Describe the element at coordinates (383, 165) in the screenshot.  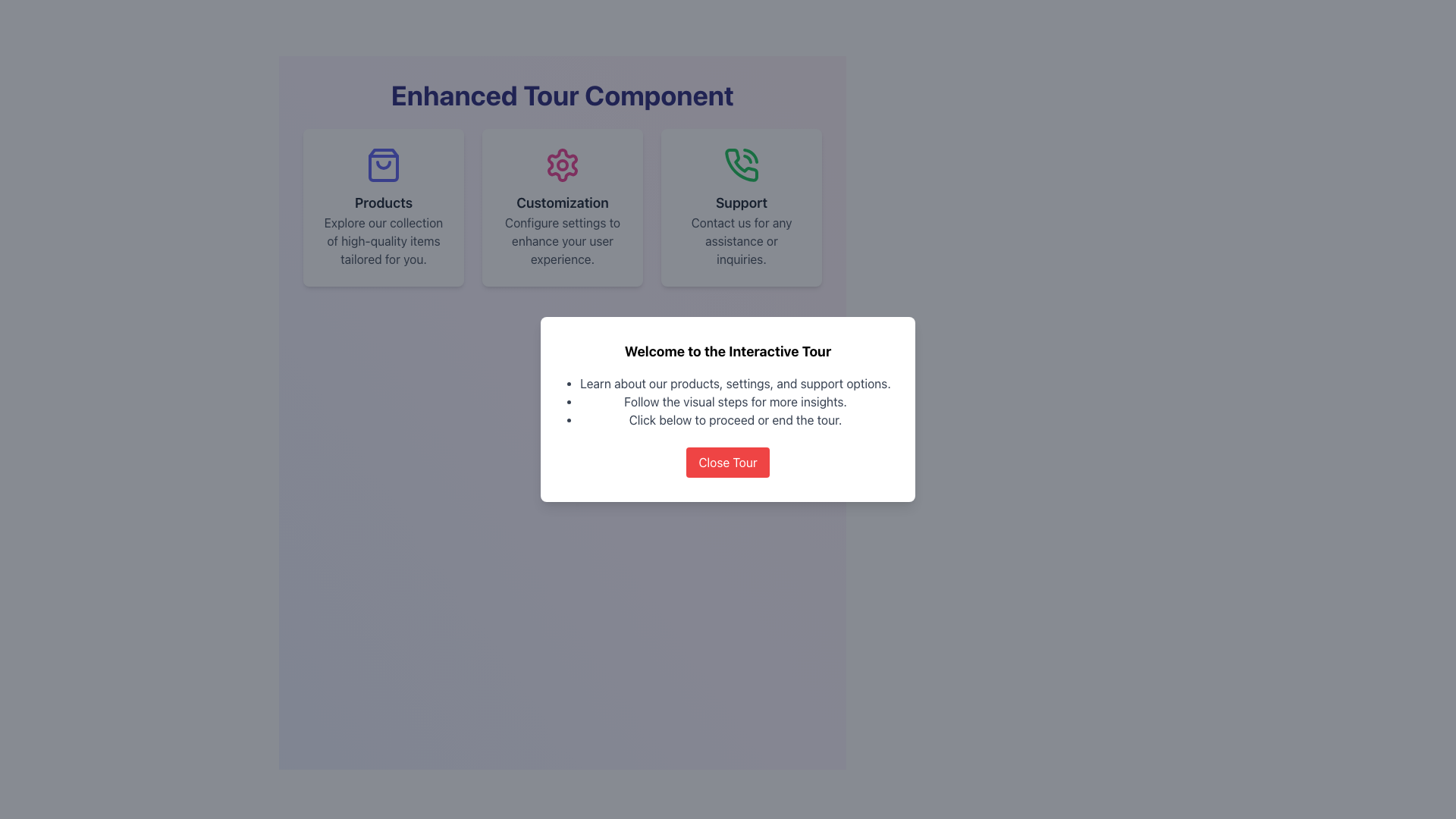
I see `the 'Products' icon, which is the first visual element in a white, shadowed card on the left side of a three-card layout` at that location.